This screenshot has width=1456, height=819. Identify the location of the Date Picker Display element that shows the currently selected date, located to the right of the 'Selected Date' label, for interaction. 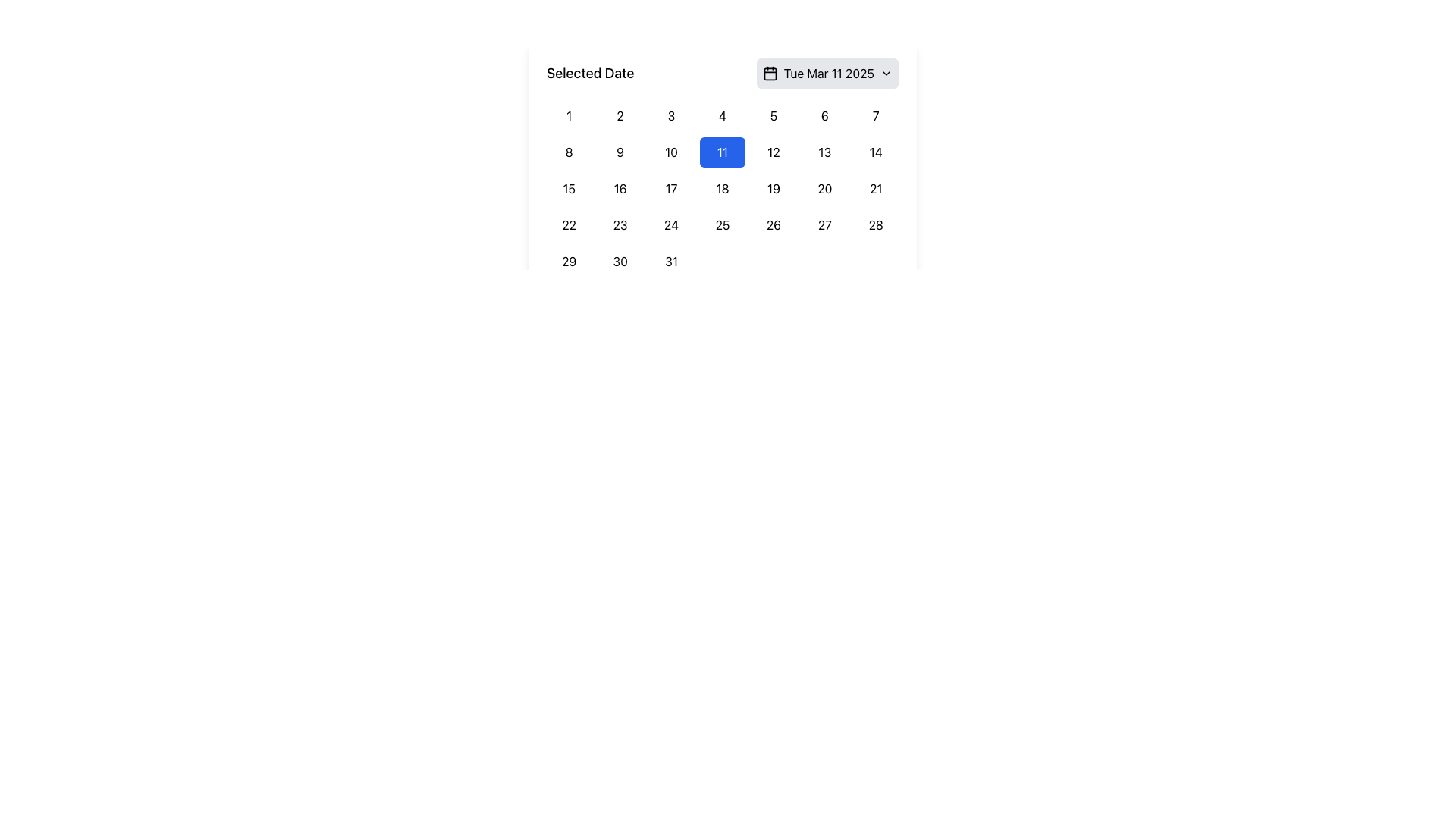
(827, 73).